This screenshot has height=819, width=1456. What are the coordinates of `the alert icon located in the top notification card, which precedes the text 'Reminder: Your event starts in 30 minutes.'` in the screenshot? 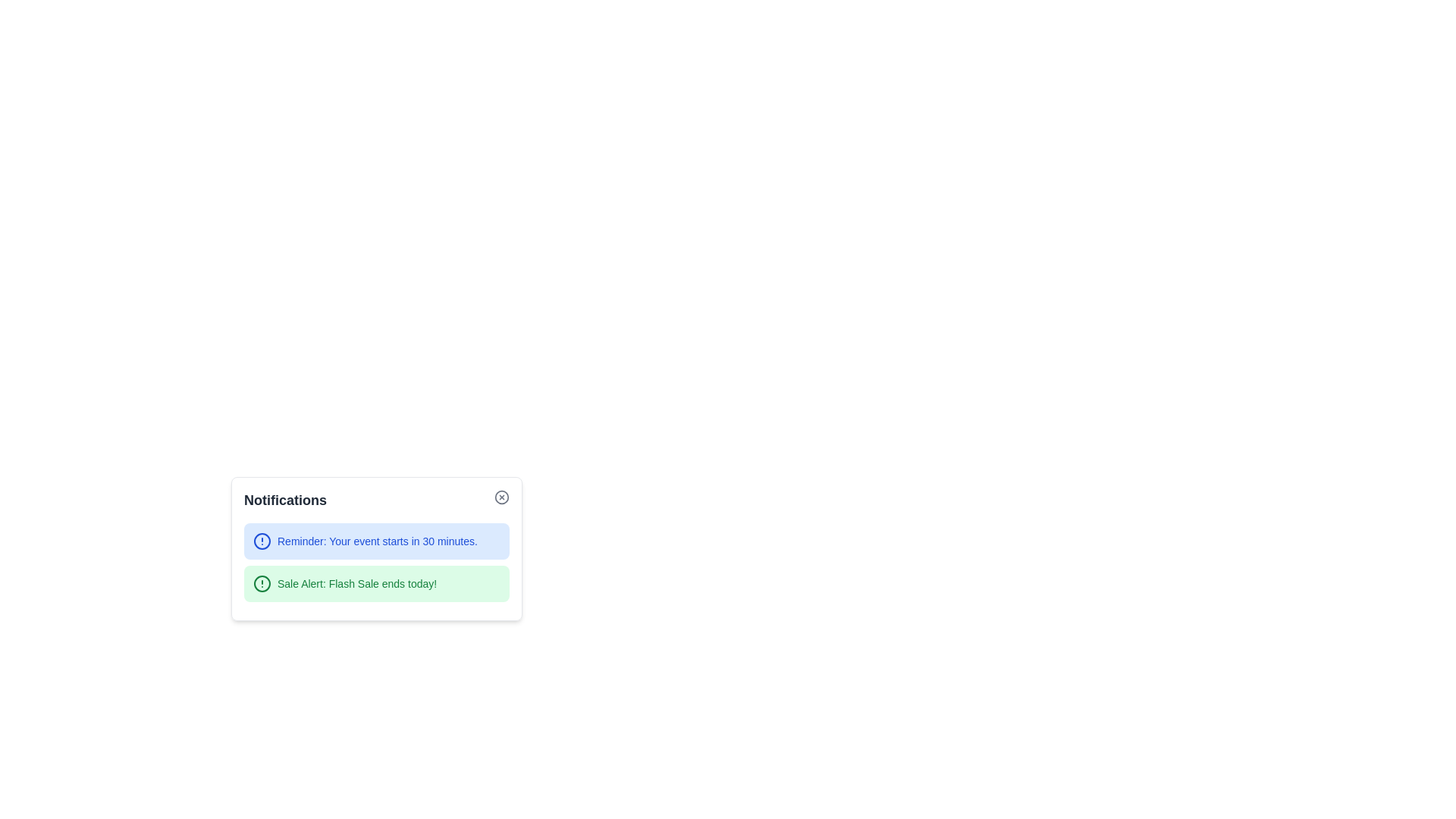 It's located at (262, 540).